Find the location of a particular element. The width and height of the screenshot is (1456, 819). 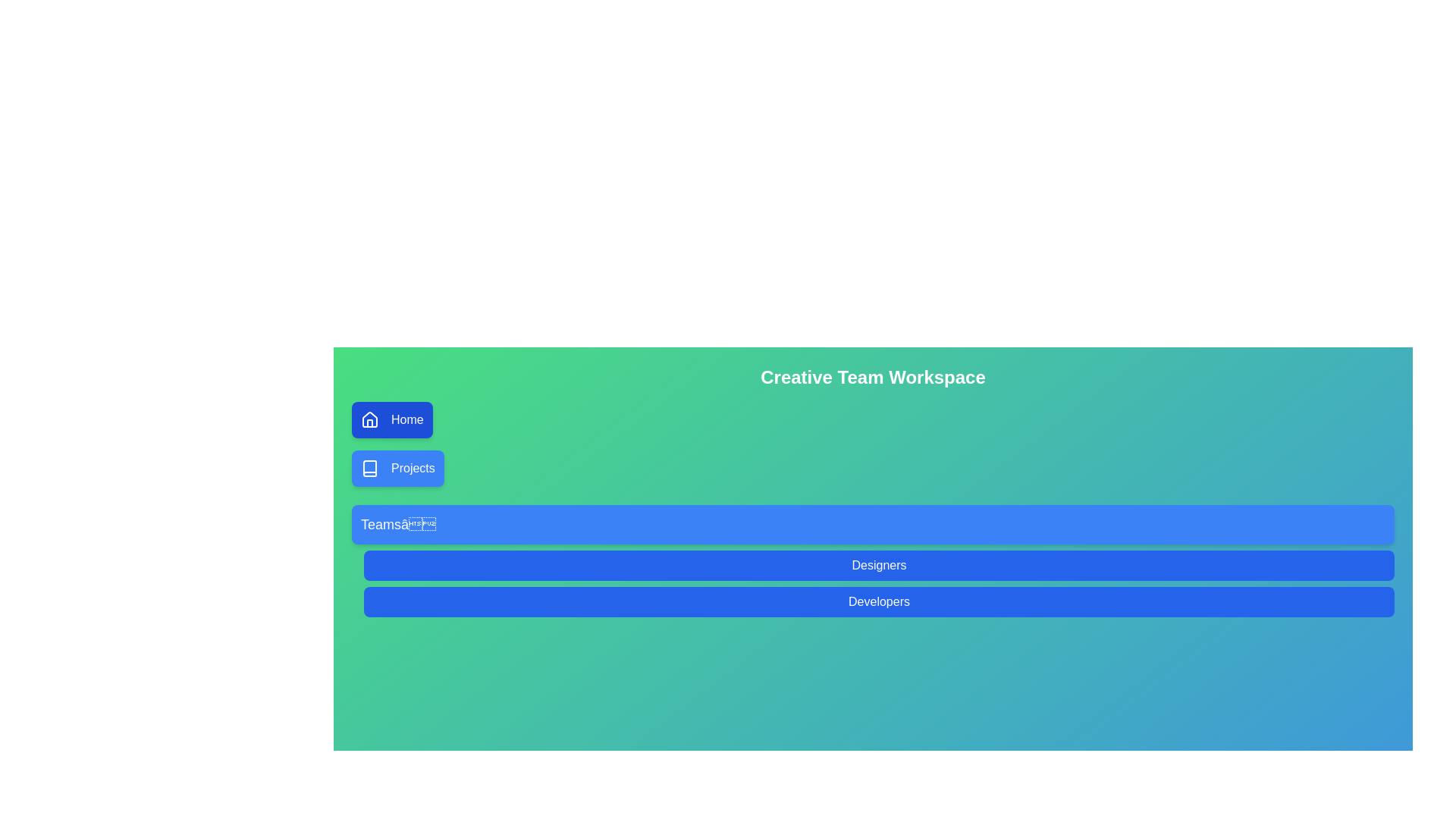

the book-shaped SVG icon located inside the blue 'Projects' button, which is the second button in the vertical navigation list is located at coordinates (370, 467).